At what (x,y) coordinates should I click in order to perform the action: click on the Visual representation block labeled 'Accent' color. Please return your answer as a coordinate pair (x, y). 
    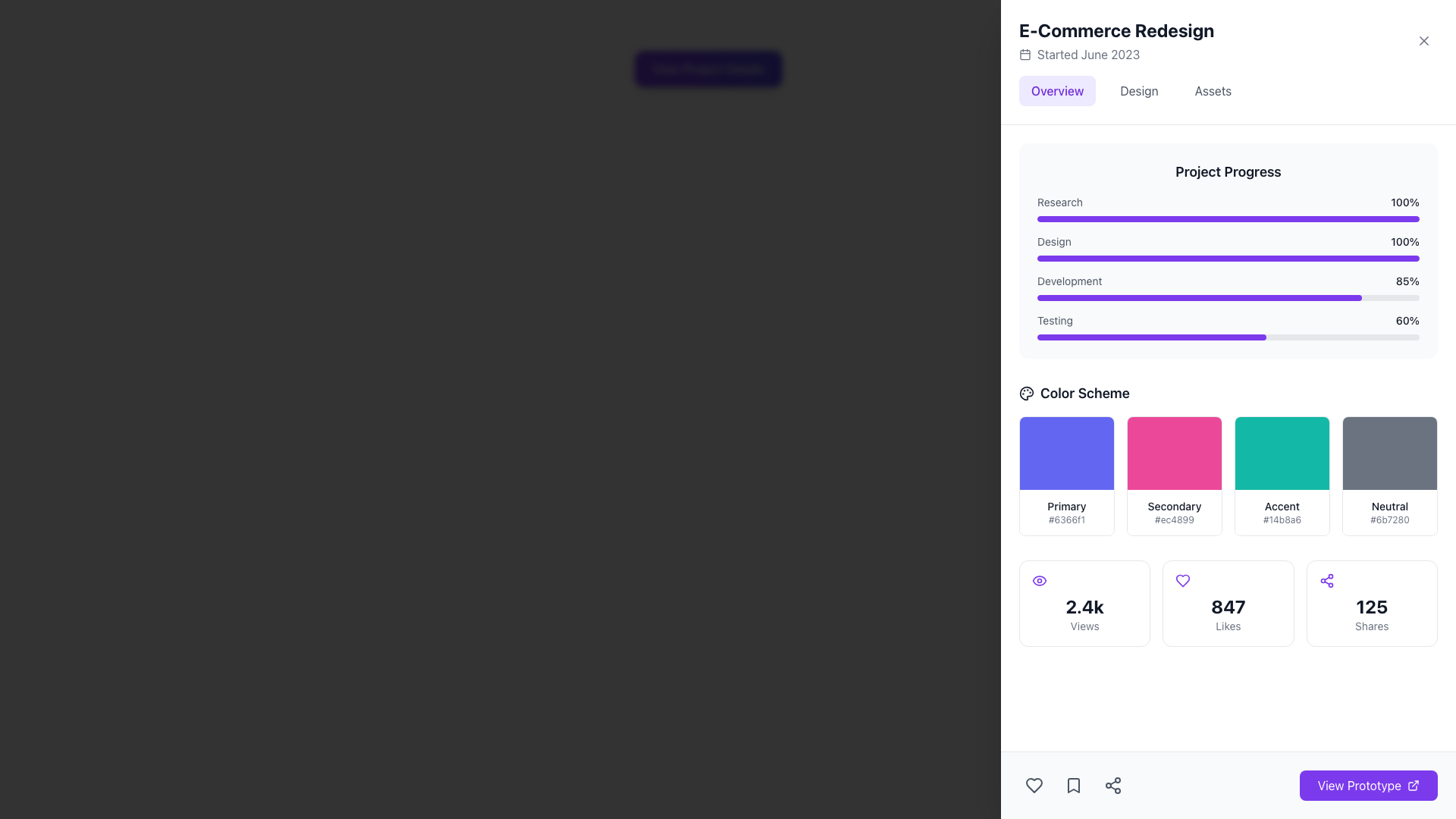
    Looking at the image, I should click on (1228, 475).